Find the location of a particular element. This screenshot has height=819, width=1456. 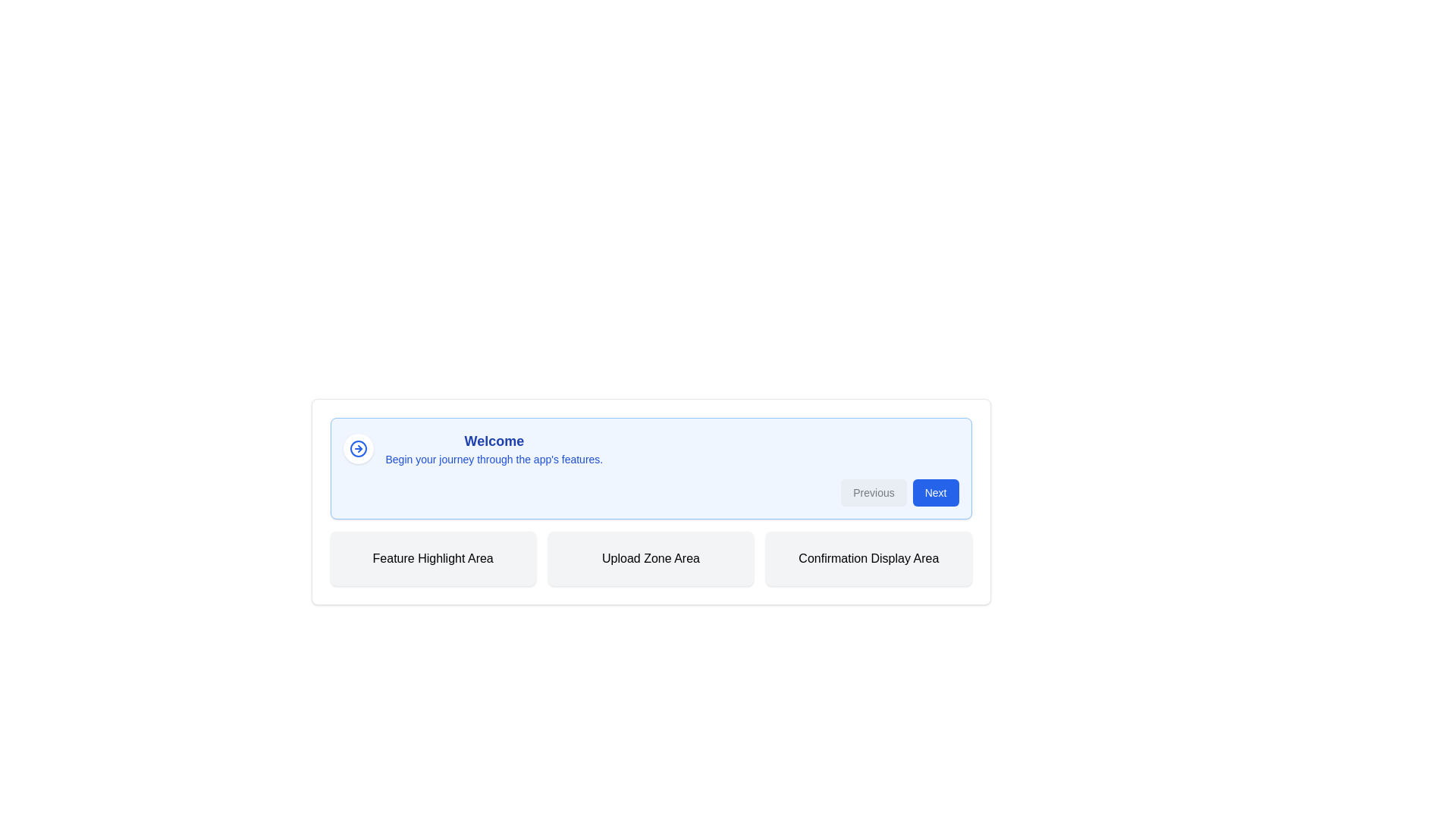

the introductory guidance text located directly beneath the 'Welcome' text, which provides users with information about the app's features is located at coordinates (494, 458).